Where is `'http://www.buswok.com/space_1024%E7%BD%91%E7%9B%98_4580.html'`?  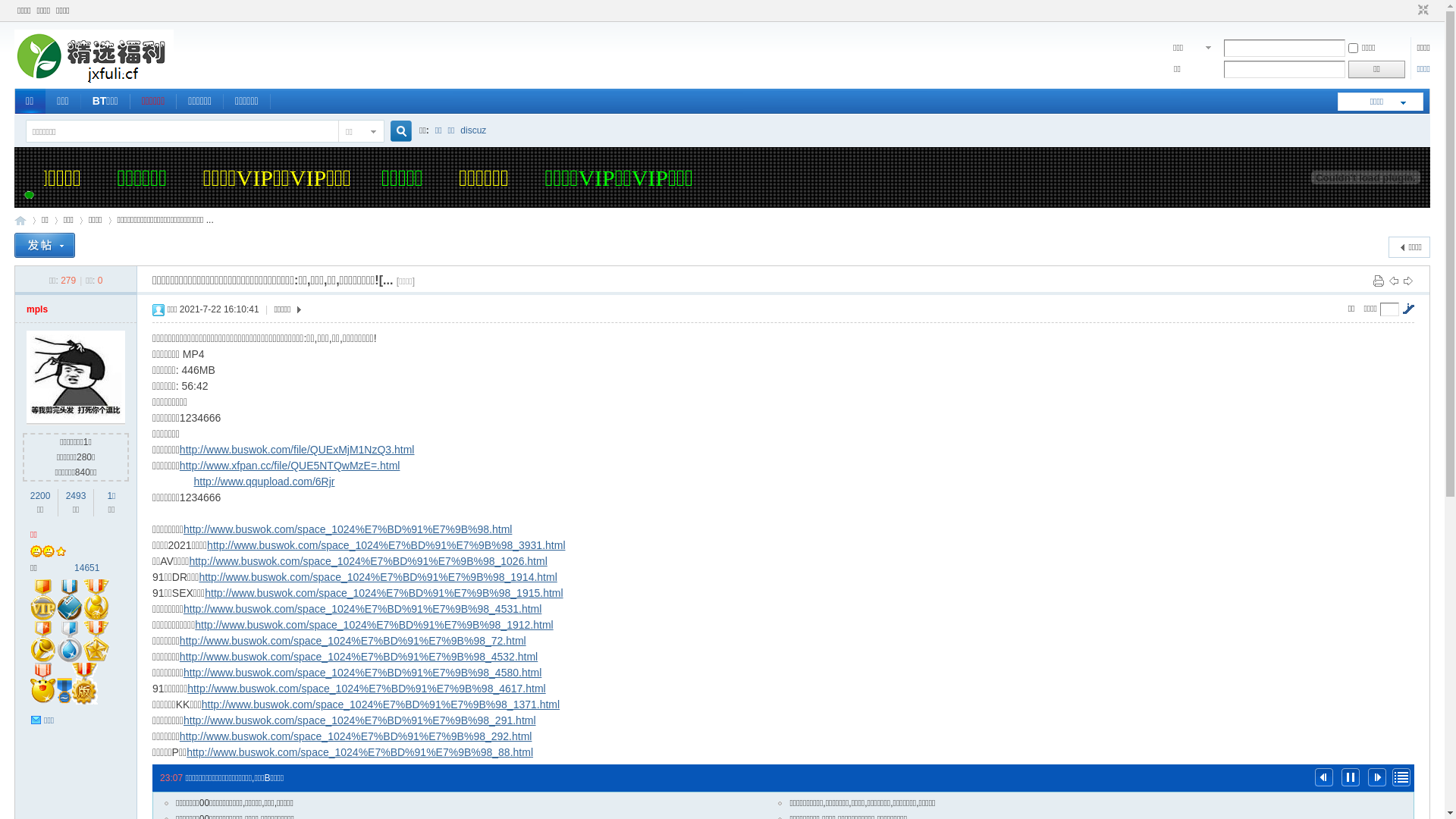
'http://www.buswok.com/space_1024%E7%BD%91%E7%9B%98_4580.html' is located at coordinates (362, 672).